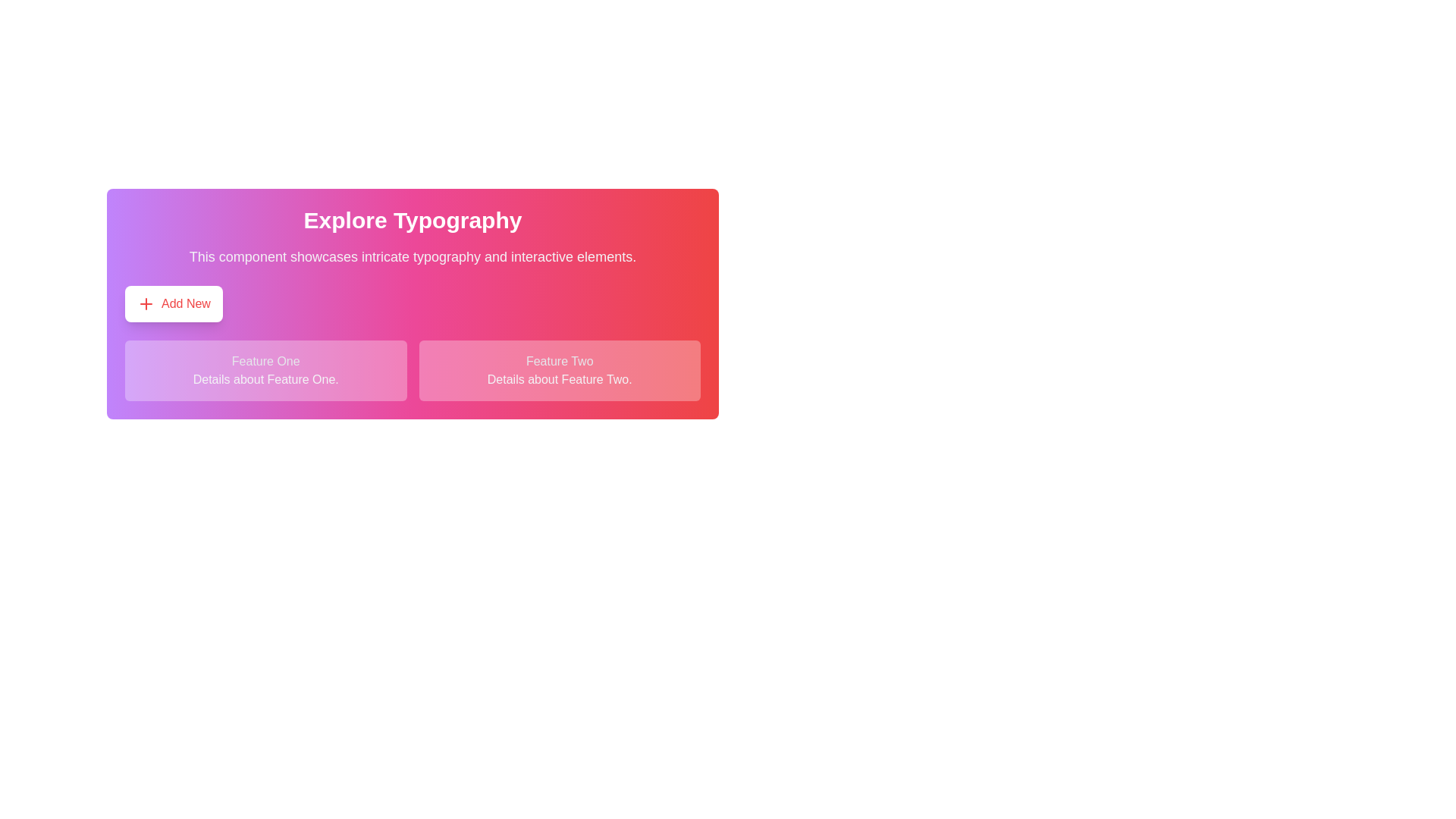 Image resolution: width=1456 pixels, height=819 pixels. Describe the element at coordinates (413, 256) in the screenshot. I see `the text block containing 'This component showcases intricate typography and interactive elements.', which is styled with a light gray color and larger font size, positioned below the header 'Explore Typography'` at that location.